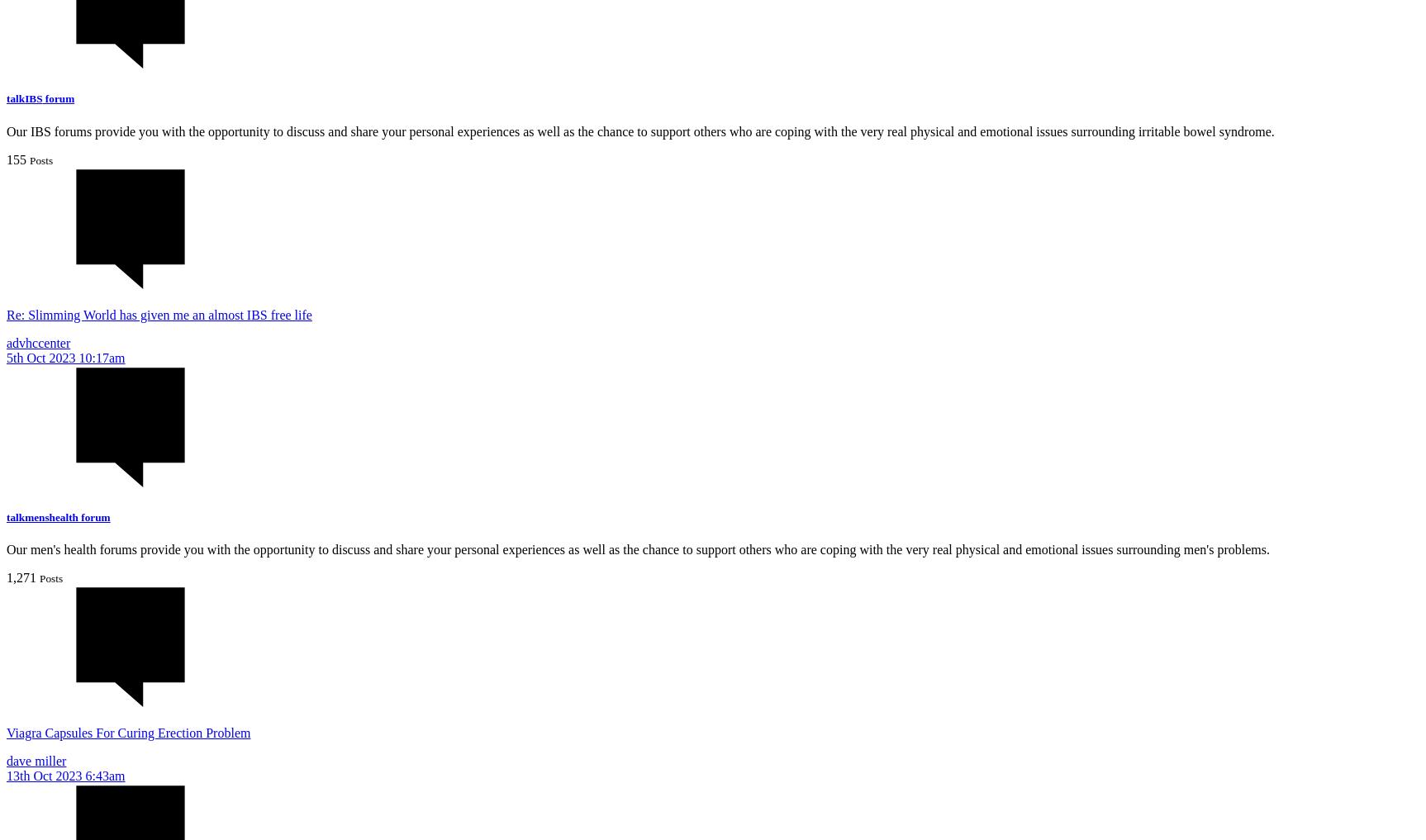  Describe the element at coordinates (38, 342) in the screenshot. I see `'advhccenter'` at that location.